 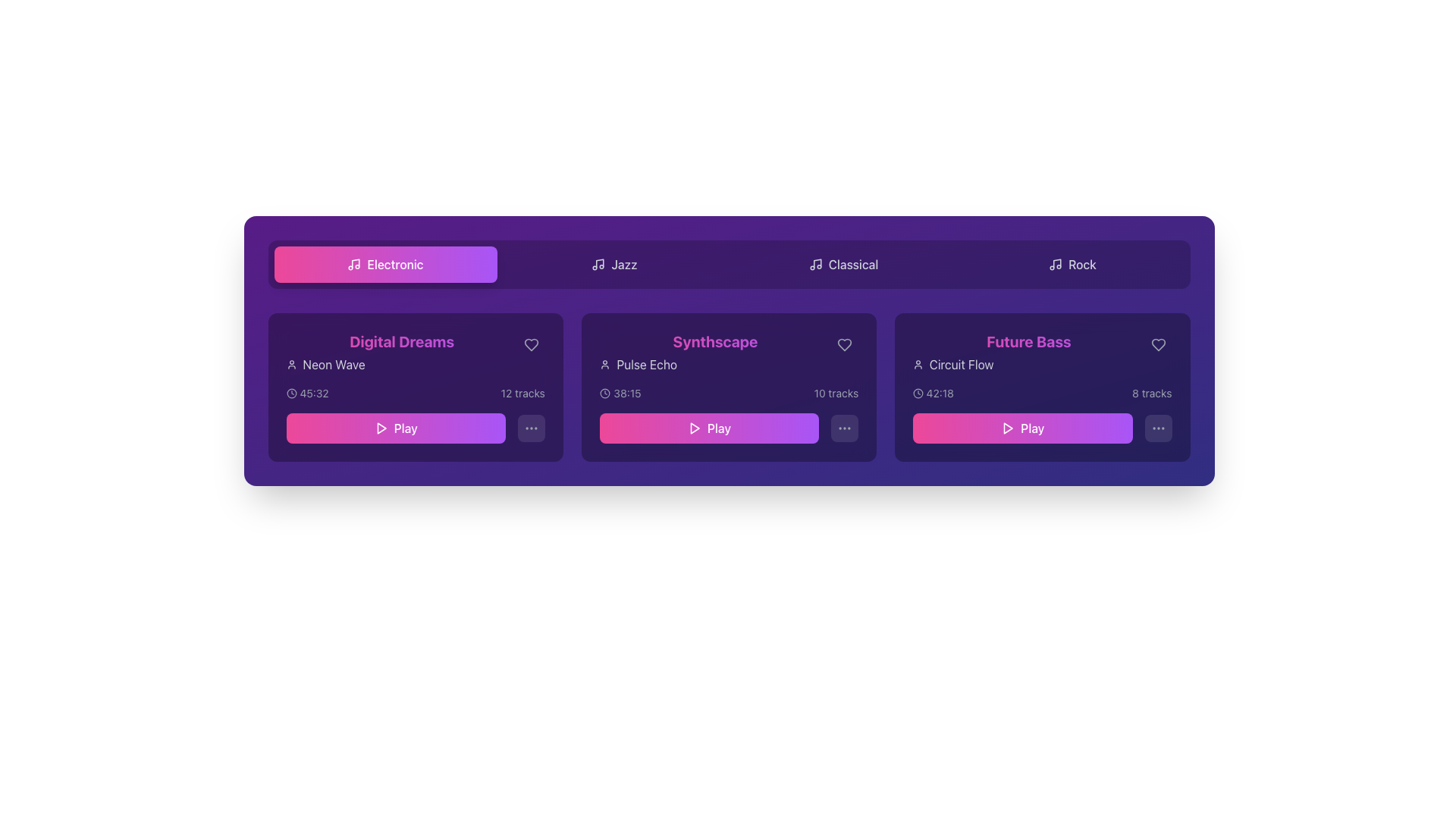 I want to click on the 'Electronic' genre button located at the top center of the interface, so click(x=385, y=263).